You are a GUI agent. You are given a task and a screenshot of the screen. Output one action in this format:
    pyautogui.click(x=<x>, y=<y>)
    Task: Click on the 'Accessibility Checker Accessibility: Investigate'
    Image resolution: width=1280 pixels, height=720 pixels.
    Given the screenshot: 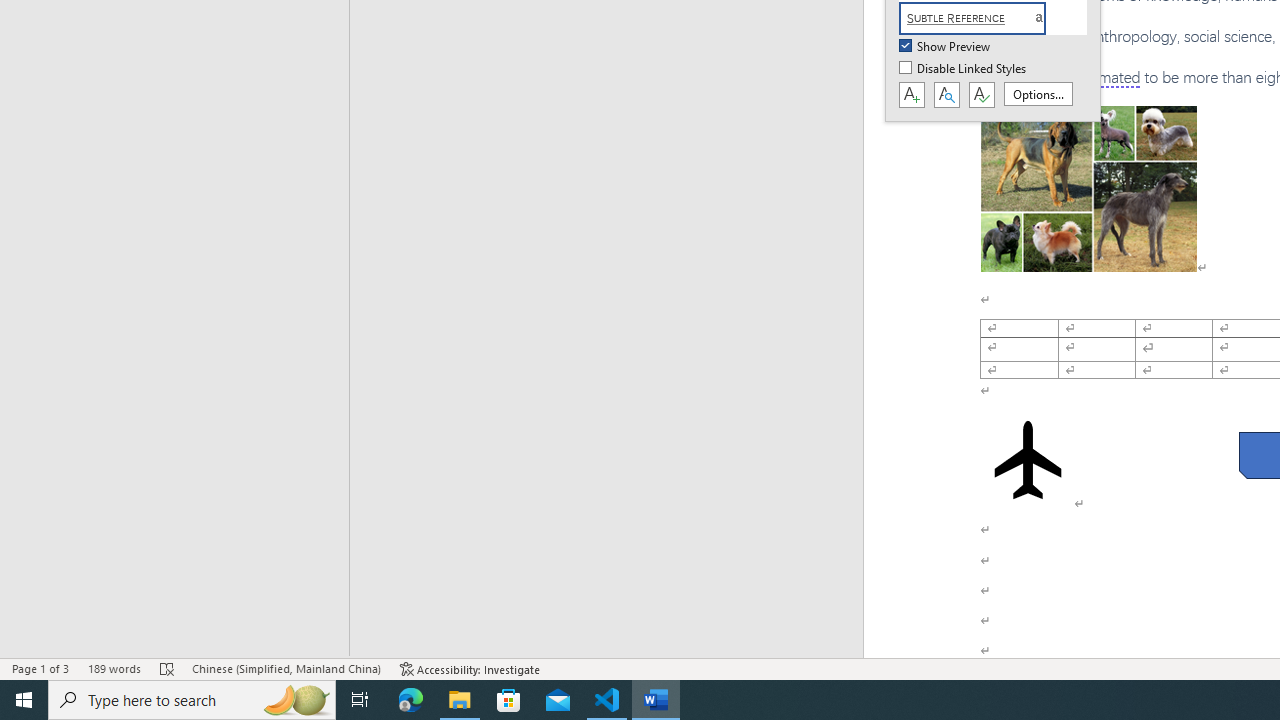 What is the action you would take?
    pyautogui.click(x=469, y=669)
    